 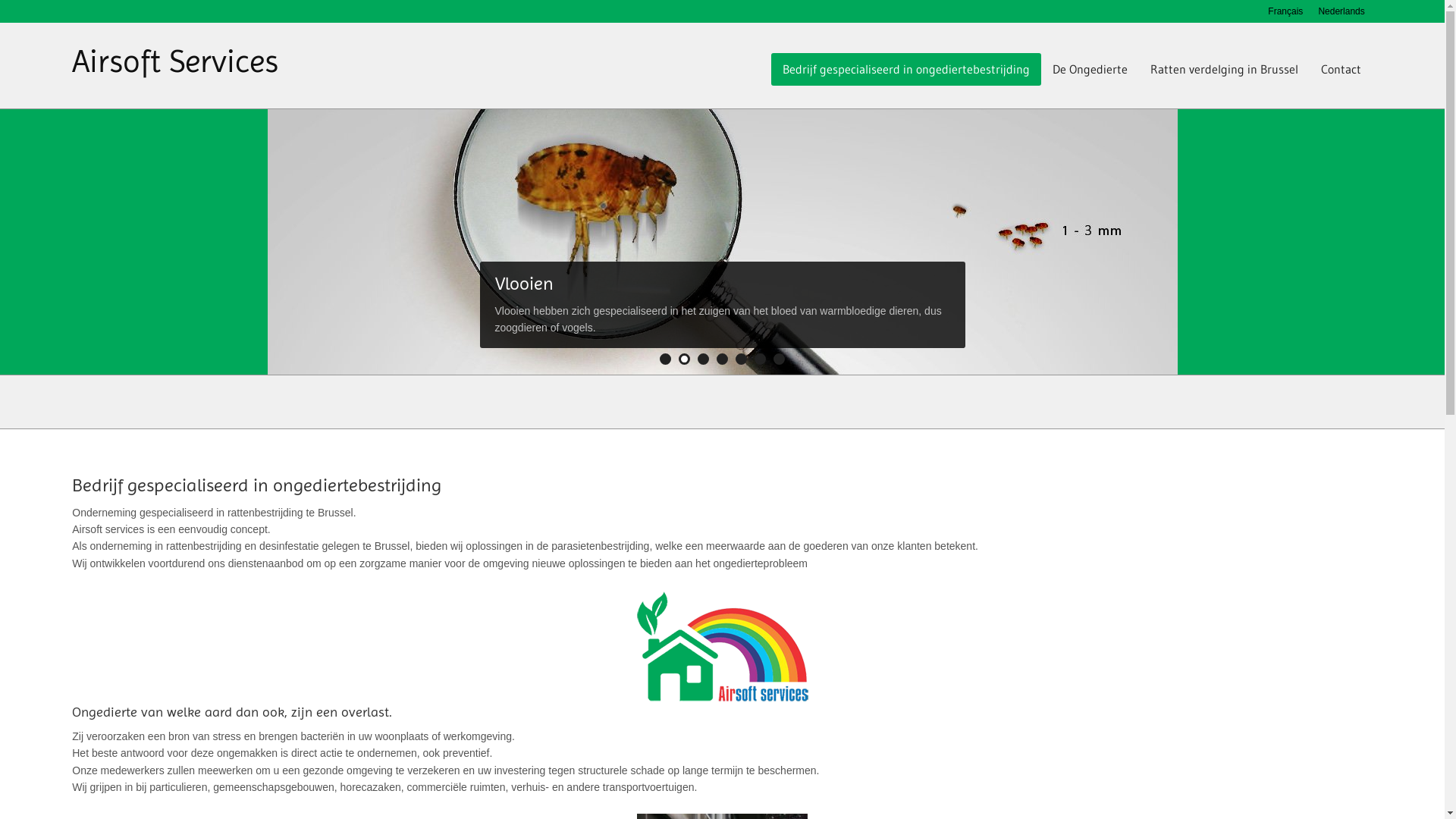 What do you see at coordinates (779, 359) in the screenshot?
I see `'7'` at bounding box center [779, 359].